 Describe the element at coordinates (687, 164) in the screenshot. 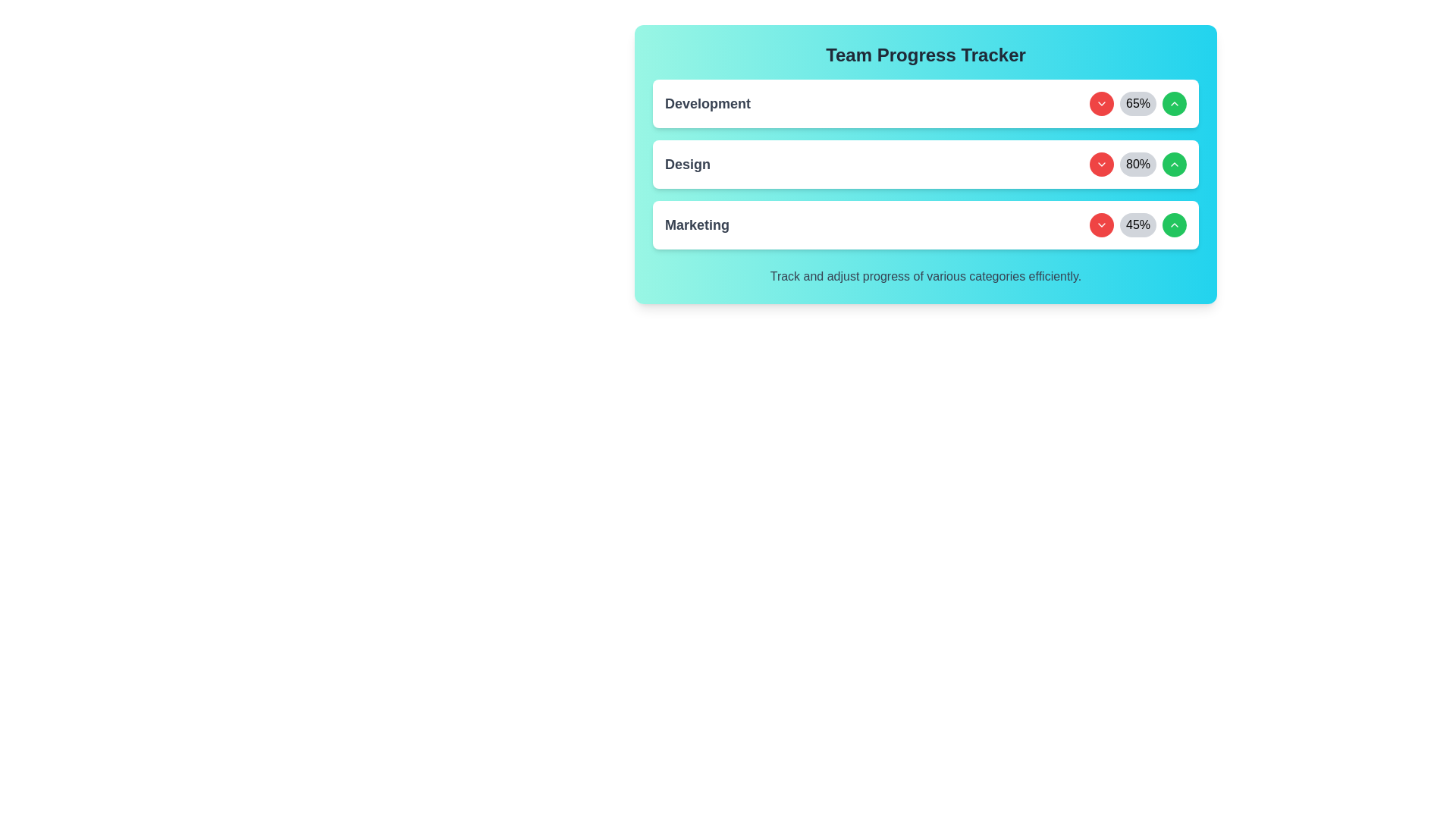

I see `'Design' section label of the progress tracker, which is located in the middle of three trackers, below 'Development' and above 'Marketing'` at that location.